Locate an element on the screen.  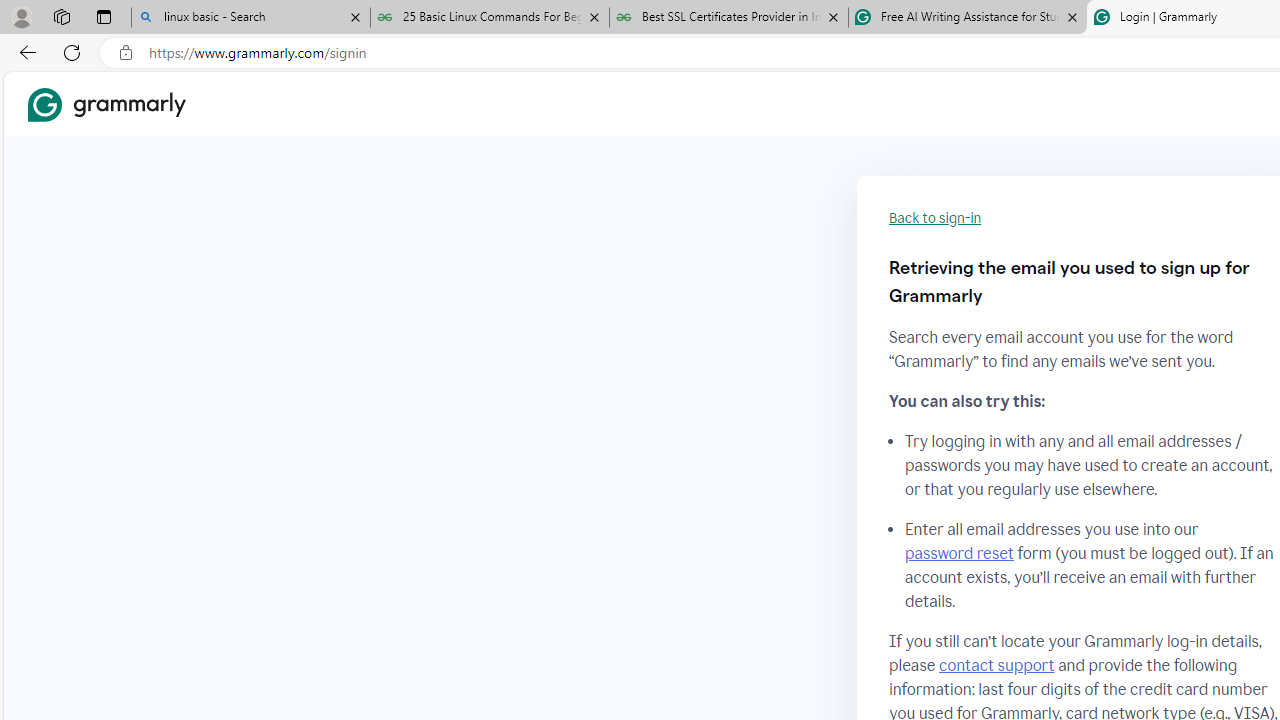
'contact support' is located at coordinates (997, 665).